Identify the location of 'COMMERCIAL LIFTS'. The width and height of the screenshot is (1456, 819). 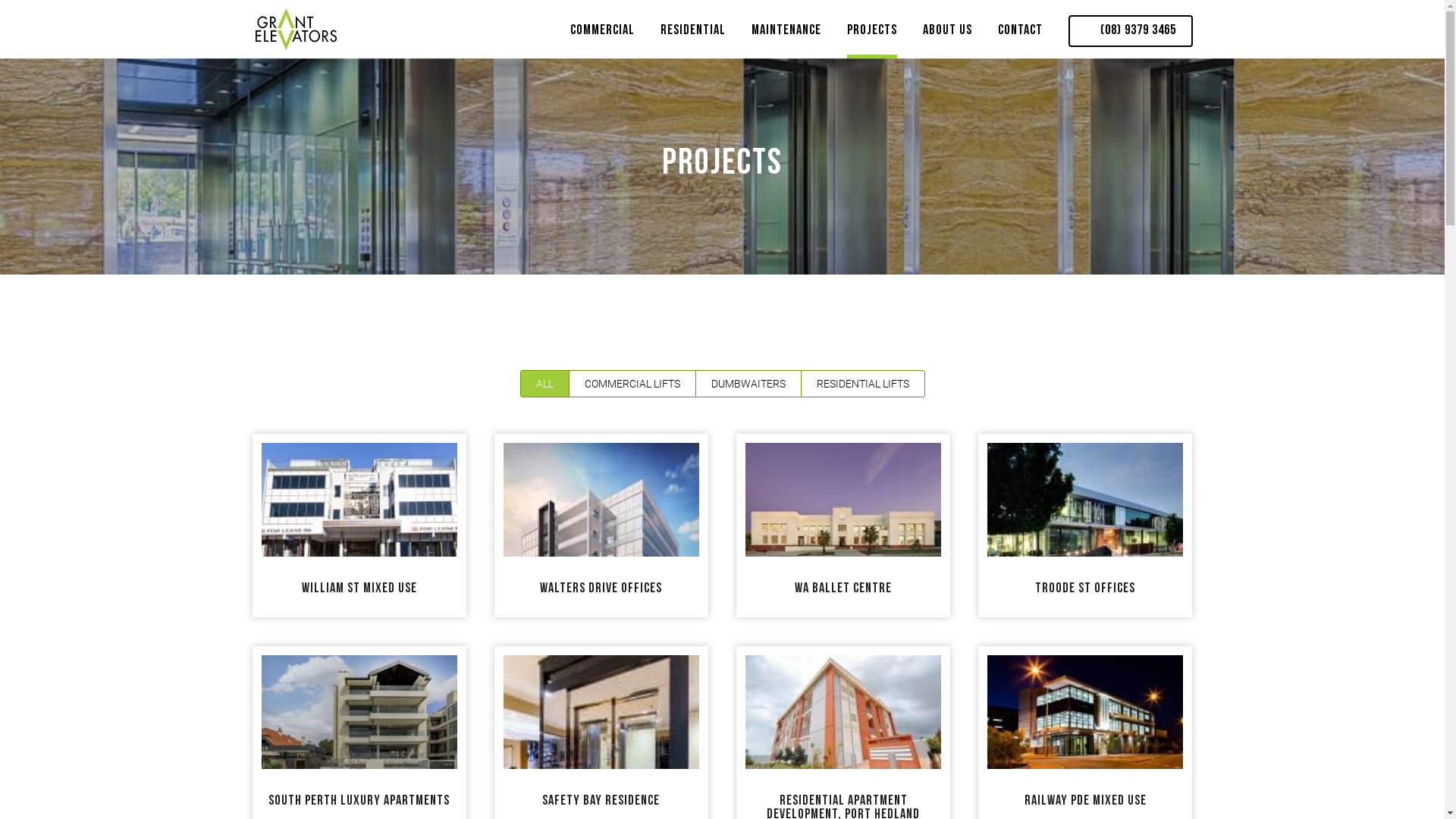
(567, 382).